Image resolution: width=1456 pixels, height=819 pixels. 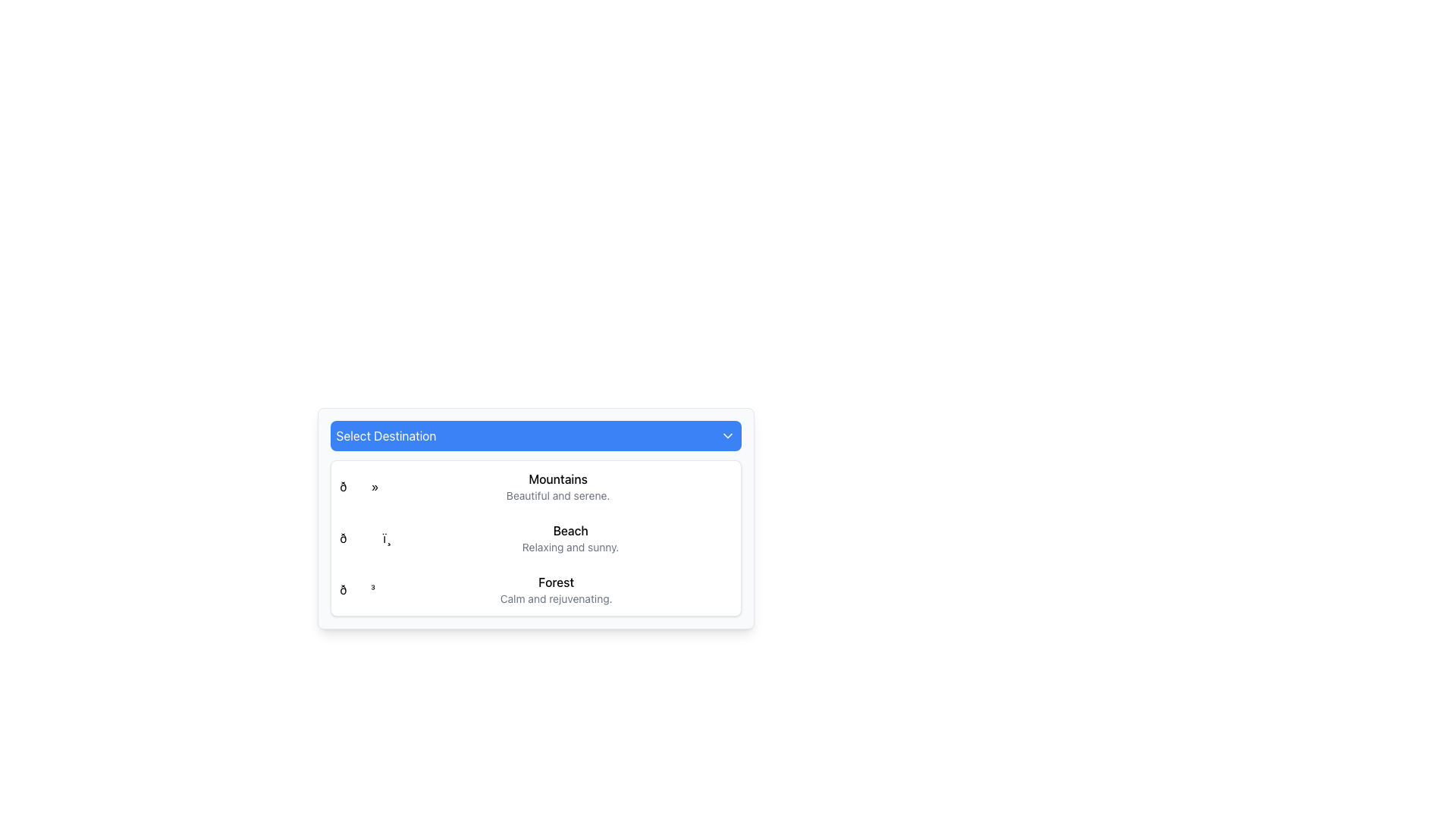 What do you see at coordinates (557, 486) in the screenshot?
I see `the text block that serves as the title and description for the 'Mountains' option in the dropdown menu, located to the right of an icon` at bounding box center [557, 486].